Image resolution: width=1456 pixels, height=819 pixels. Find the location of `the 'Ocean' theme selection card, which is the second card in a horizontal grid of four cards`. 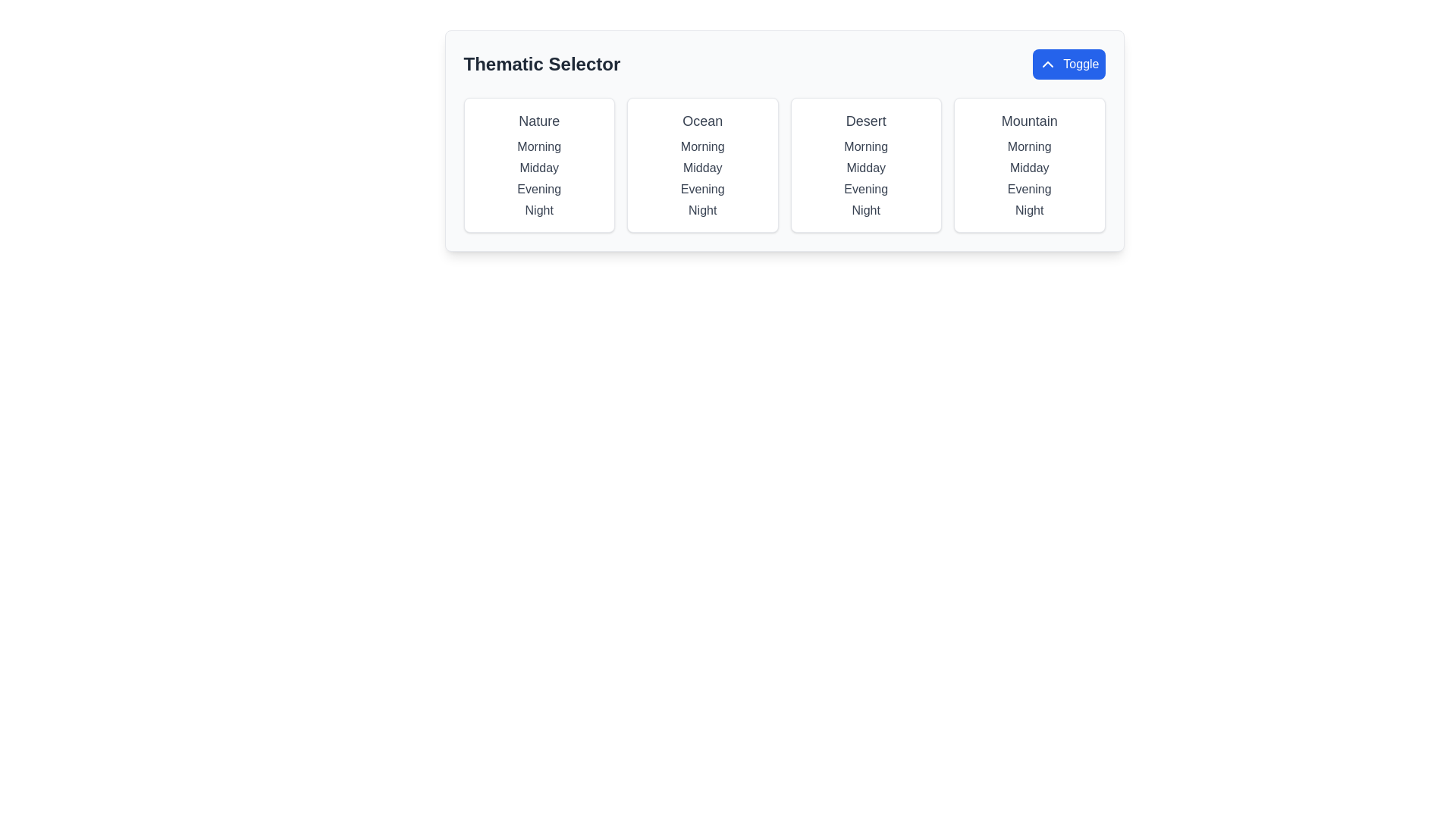

the 'Ocean' theme selection card, which is the second card in a horizontal grid of four cards is located at coordinates (701, 165).